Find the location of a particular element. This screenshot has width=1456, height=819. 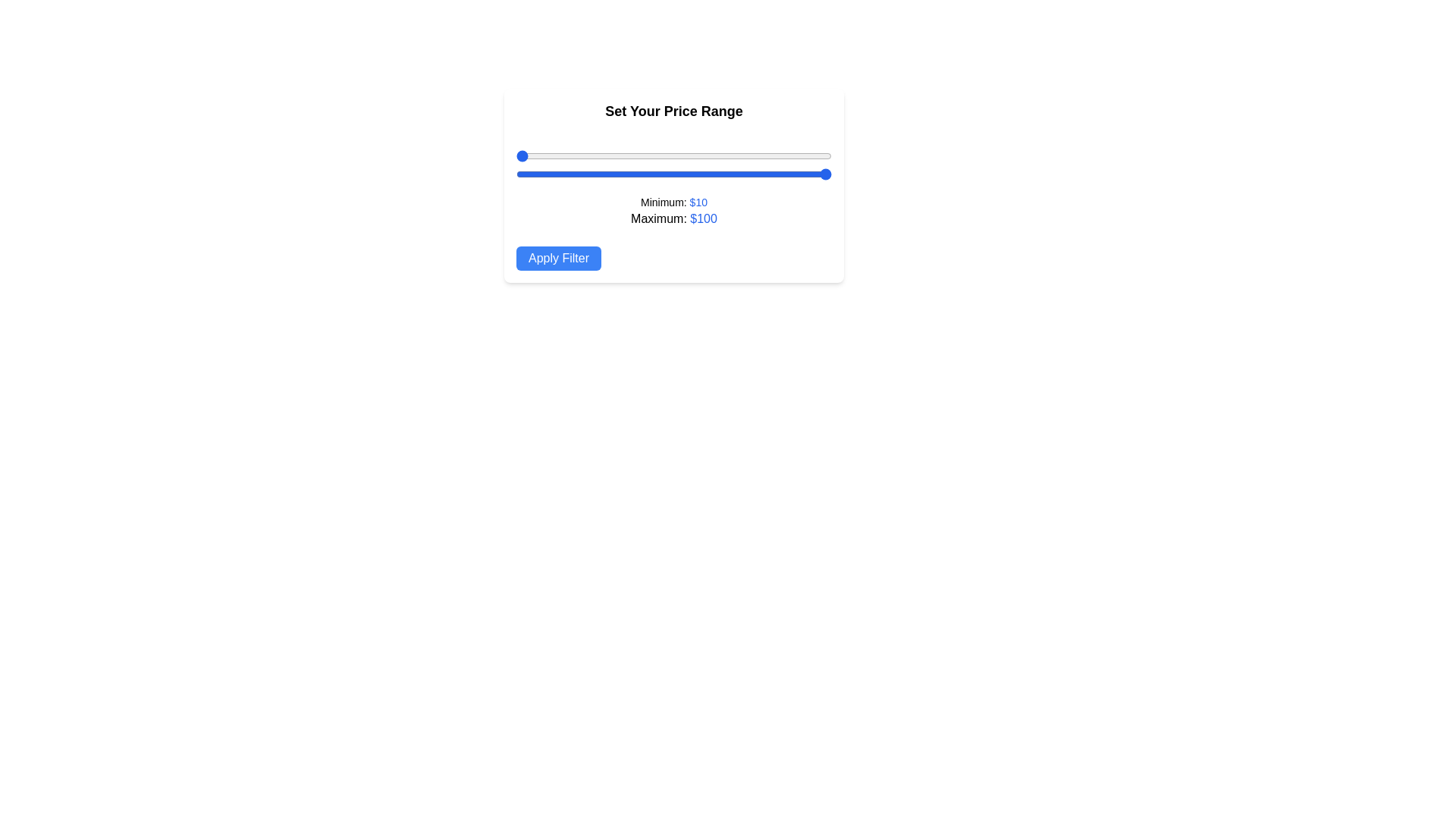

the slider is located at coordinates (600, 174).